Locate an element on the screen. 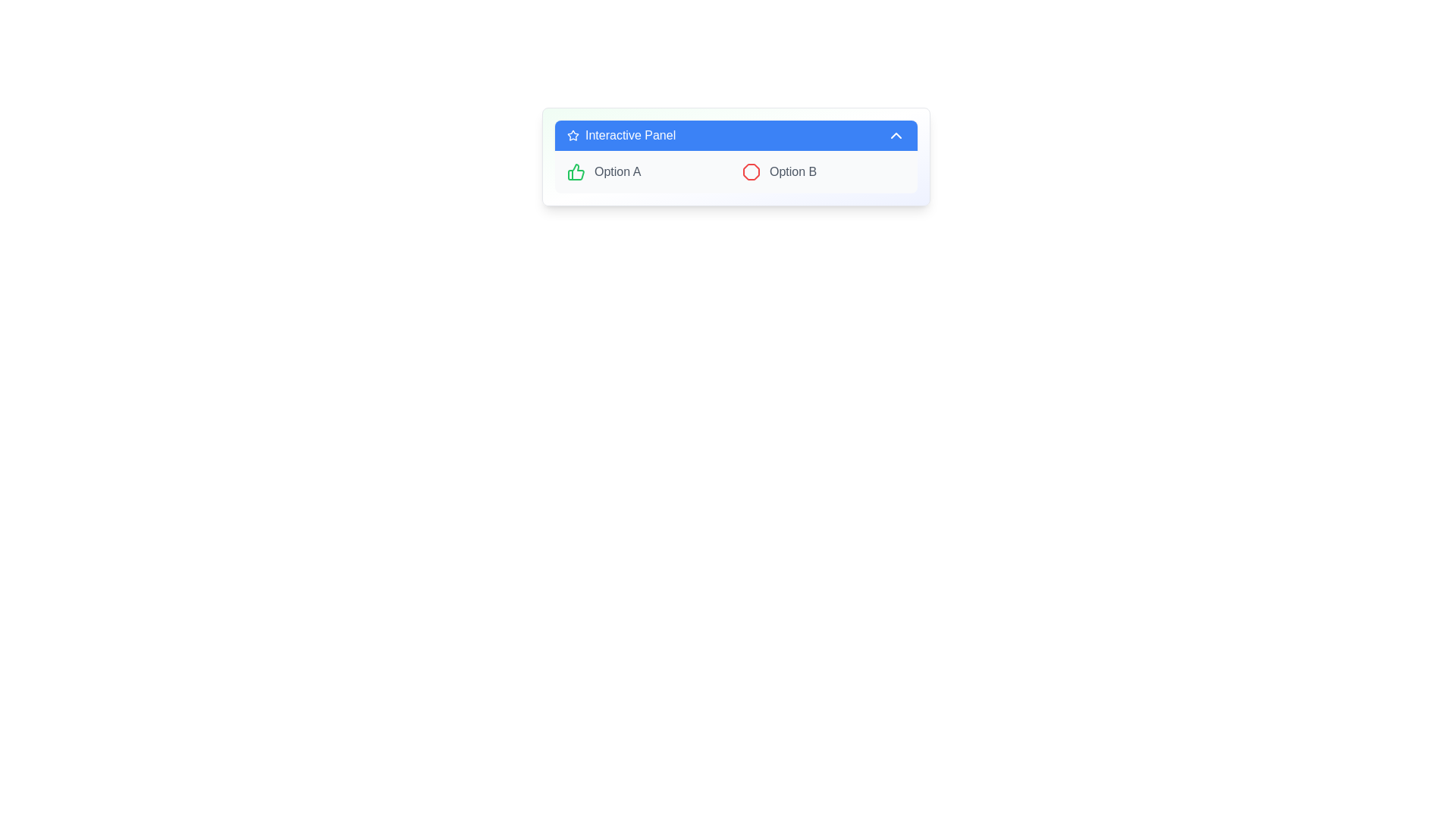  the icon representing a rating or favorite marker located in the top-left corner of the 'Interactive Panel' blue panel is located at coordinates (572, 134).